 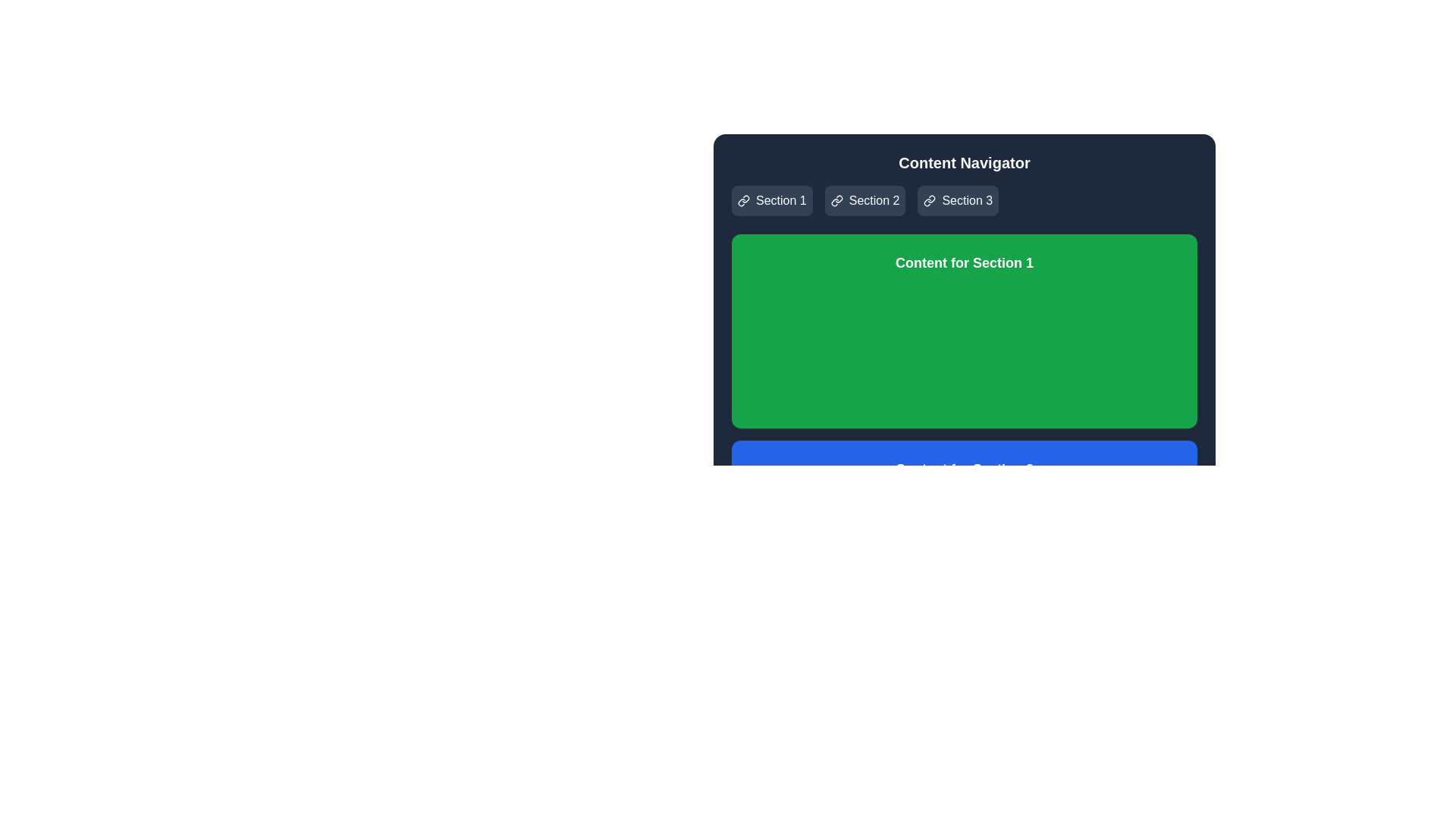 What do you see at coordinates (931, 198) in the screenshot?
I see `the chain link icon graphic located within the 'Section 3' button in the header of the interface` at bounding box center [931, 198].